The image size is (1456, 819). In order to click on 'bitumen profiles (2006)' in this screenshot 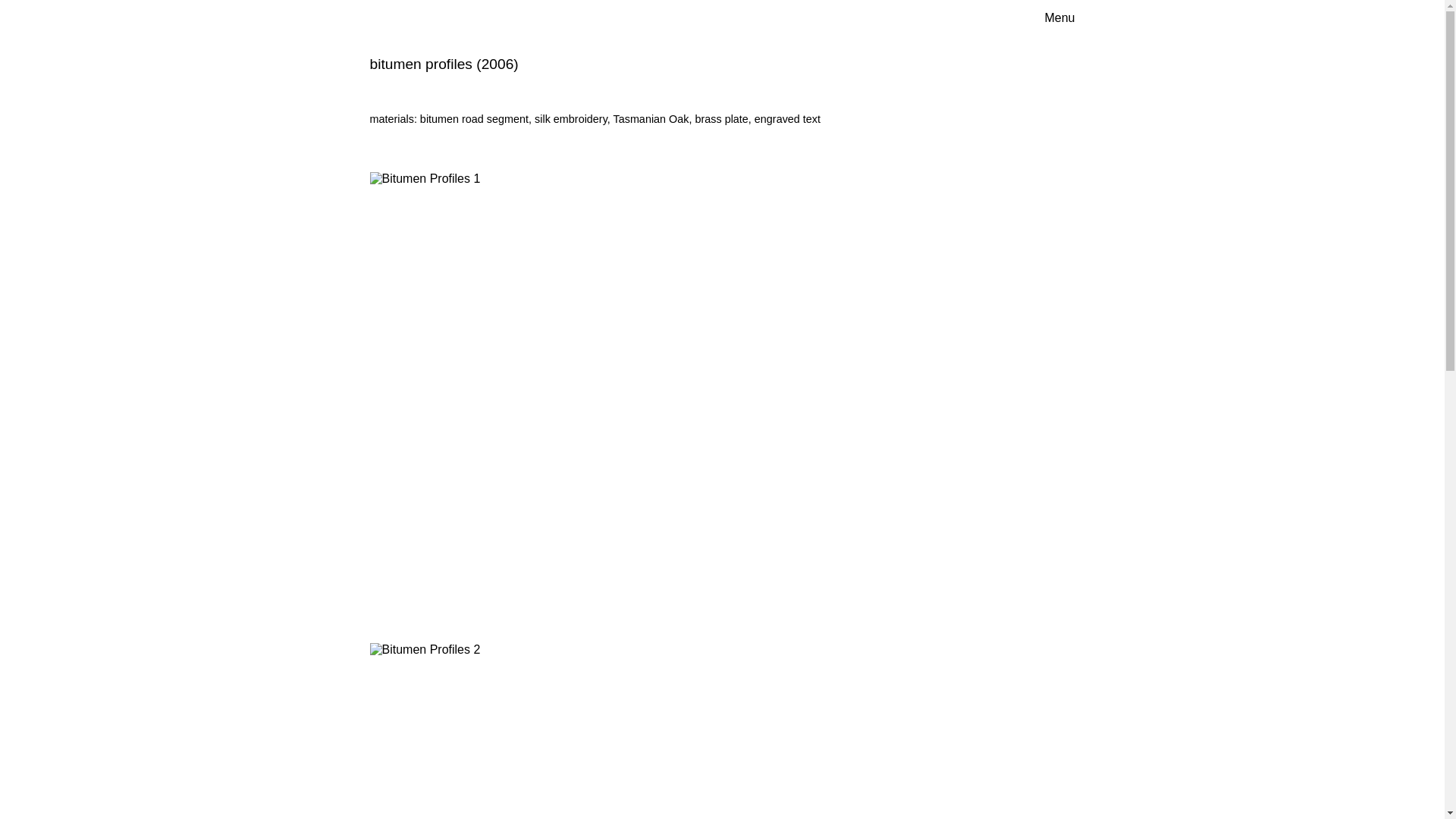, I will do `click(443, 63)`.